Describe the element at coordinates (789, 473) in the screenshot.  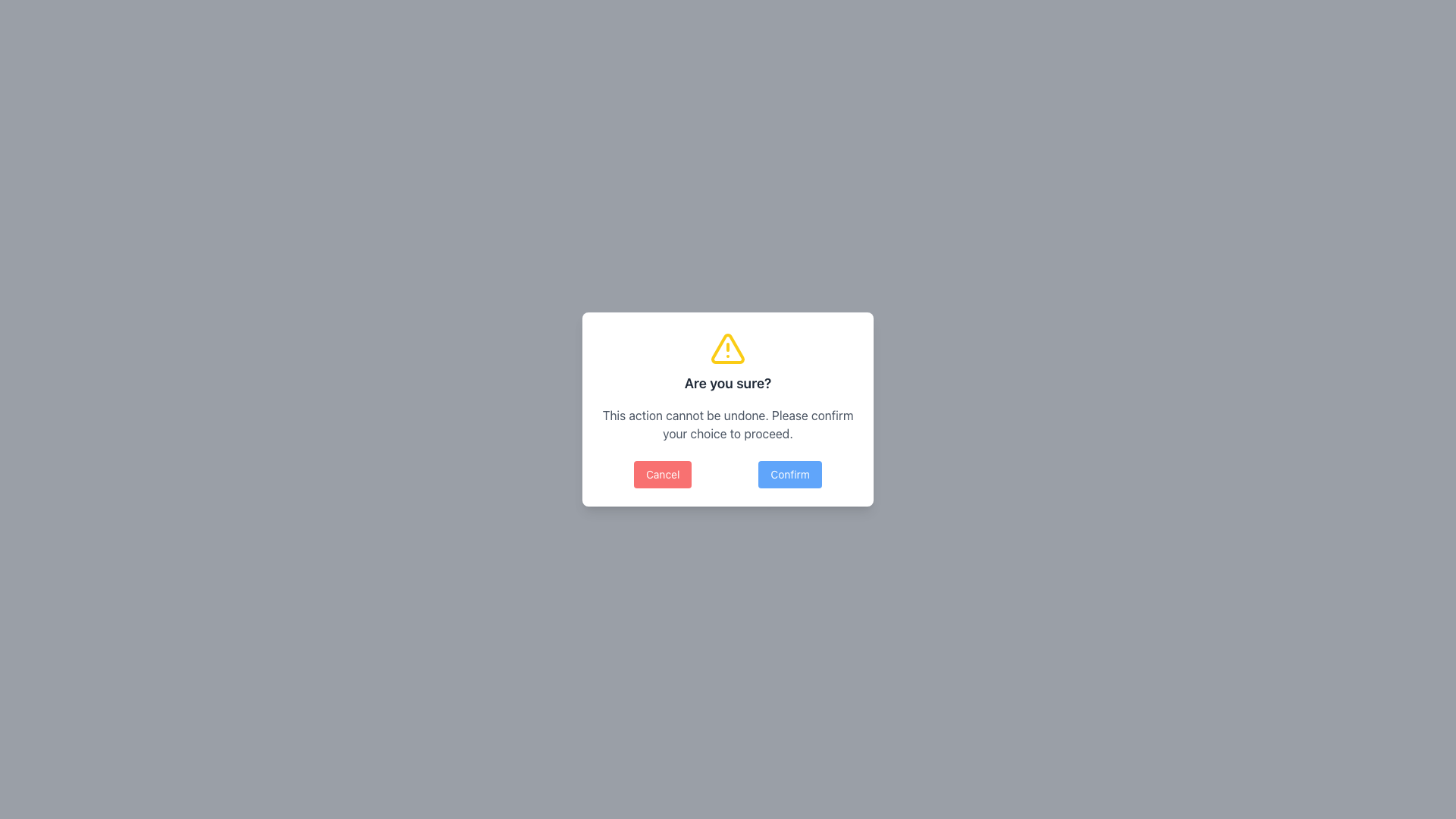
I see `the 'Confirm' button located in the bottom-right section of the modal dialog box` at that location.